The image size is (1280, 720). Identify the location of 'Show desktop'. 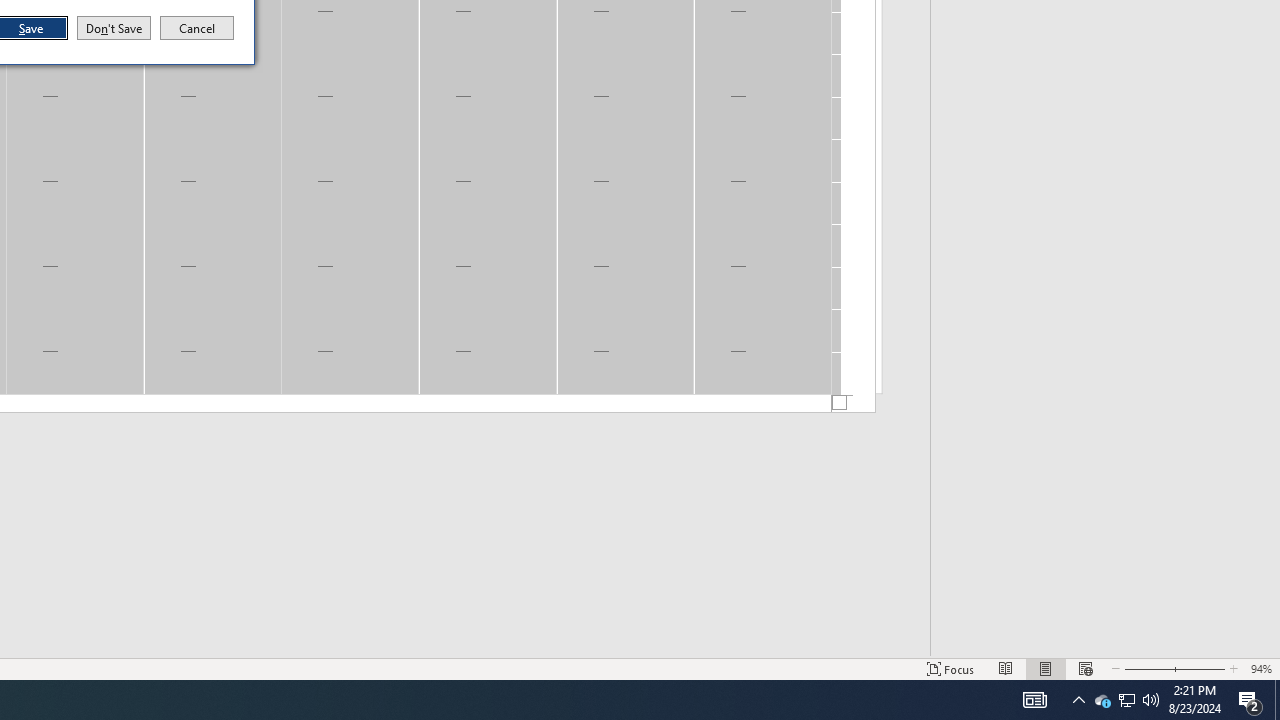
(1276, 698).